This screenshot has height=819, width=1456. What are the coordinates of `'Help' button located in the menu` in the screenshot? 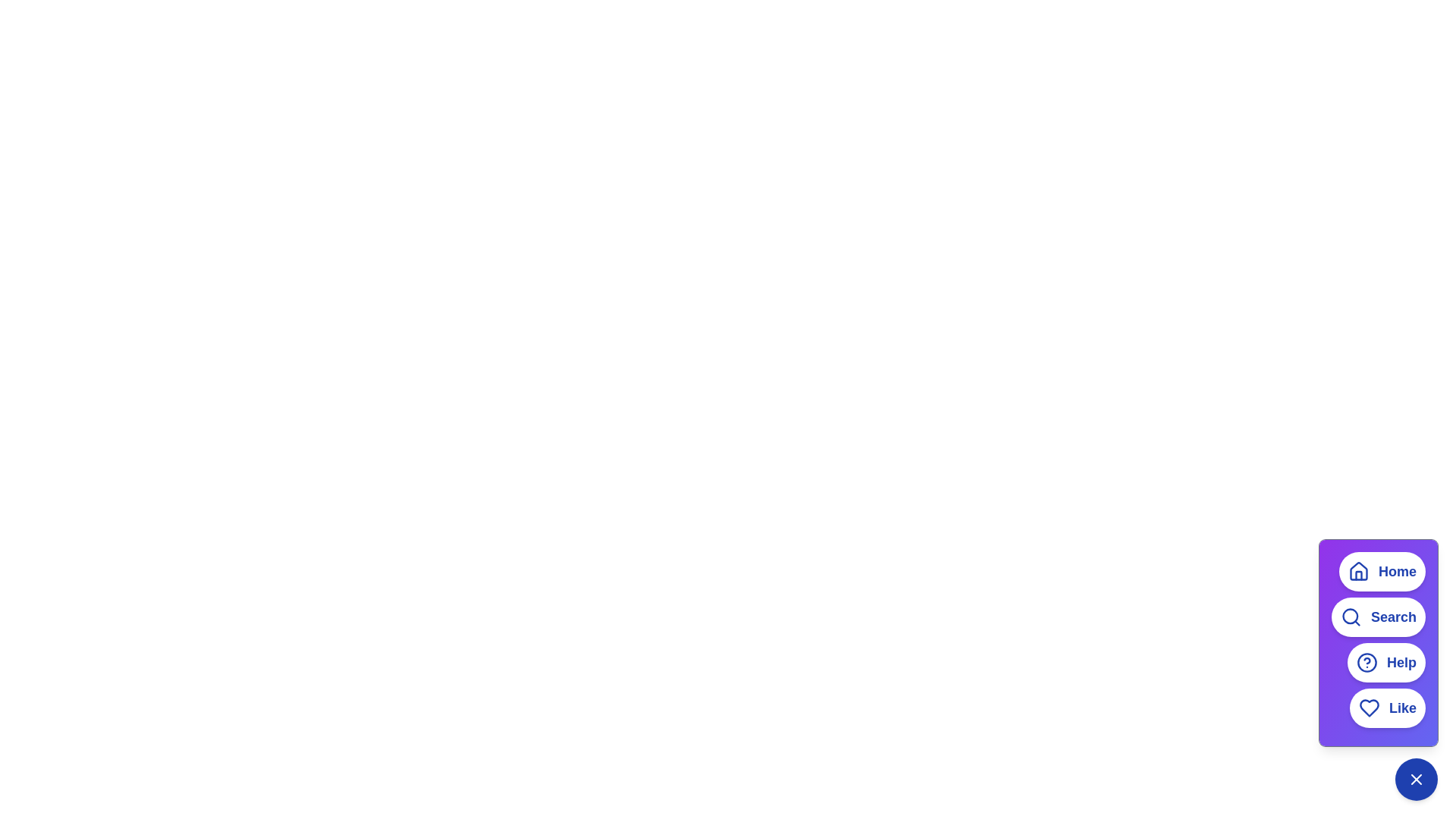 It's located at (1386, 662).